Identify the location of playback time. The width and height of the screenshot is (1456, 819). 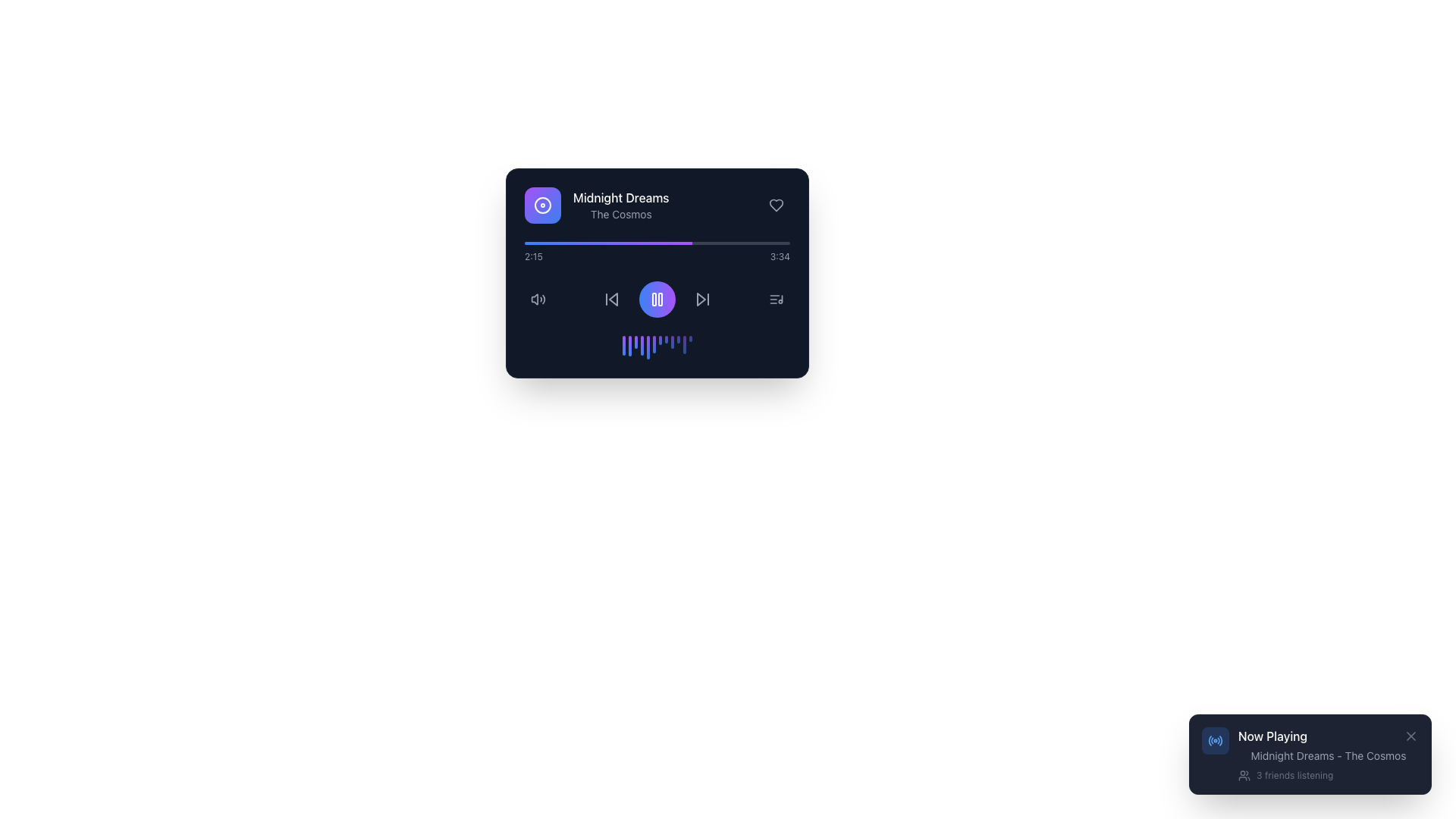
(577, 242).